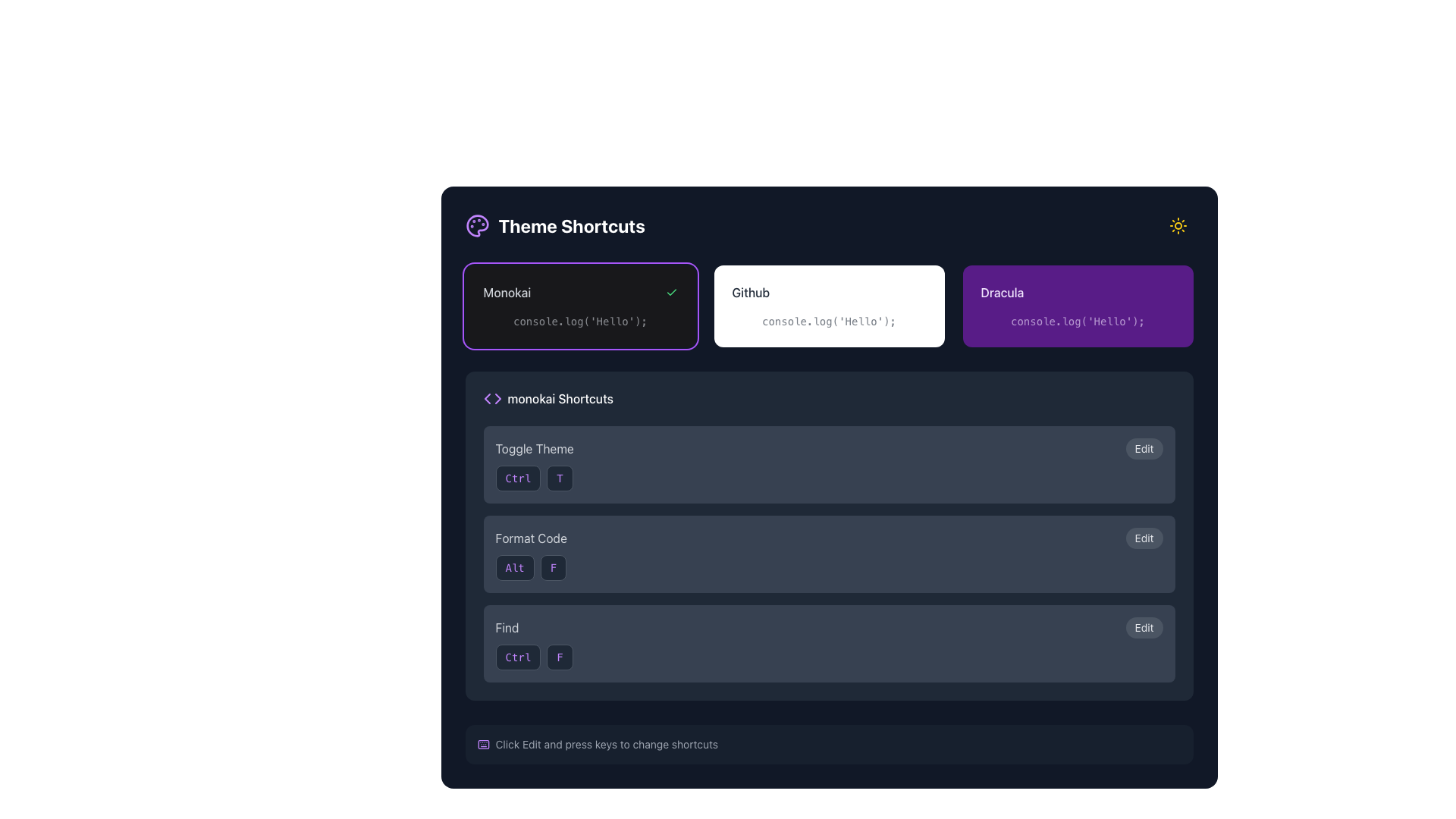 Image resolution: width=1456 pixels, height=819 pixels. Describe the element at coordinates (828, 306) in the screenshot. I see `the middle selectable tile for the 'Github' theme` at that location.